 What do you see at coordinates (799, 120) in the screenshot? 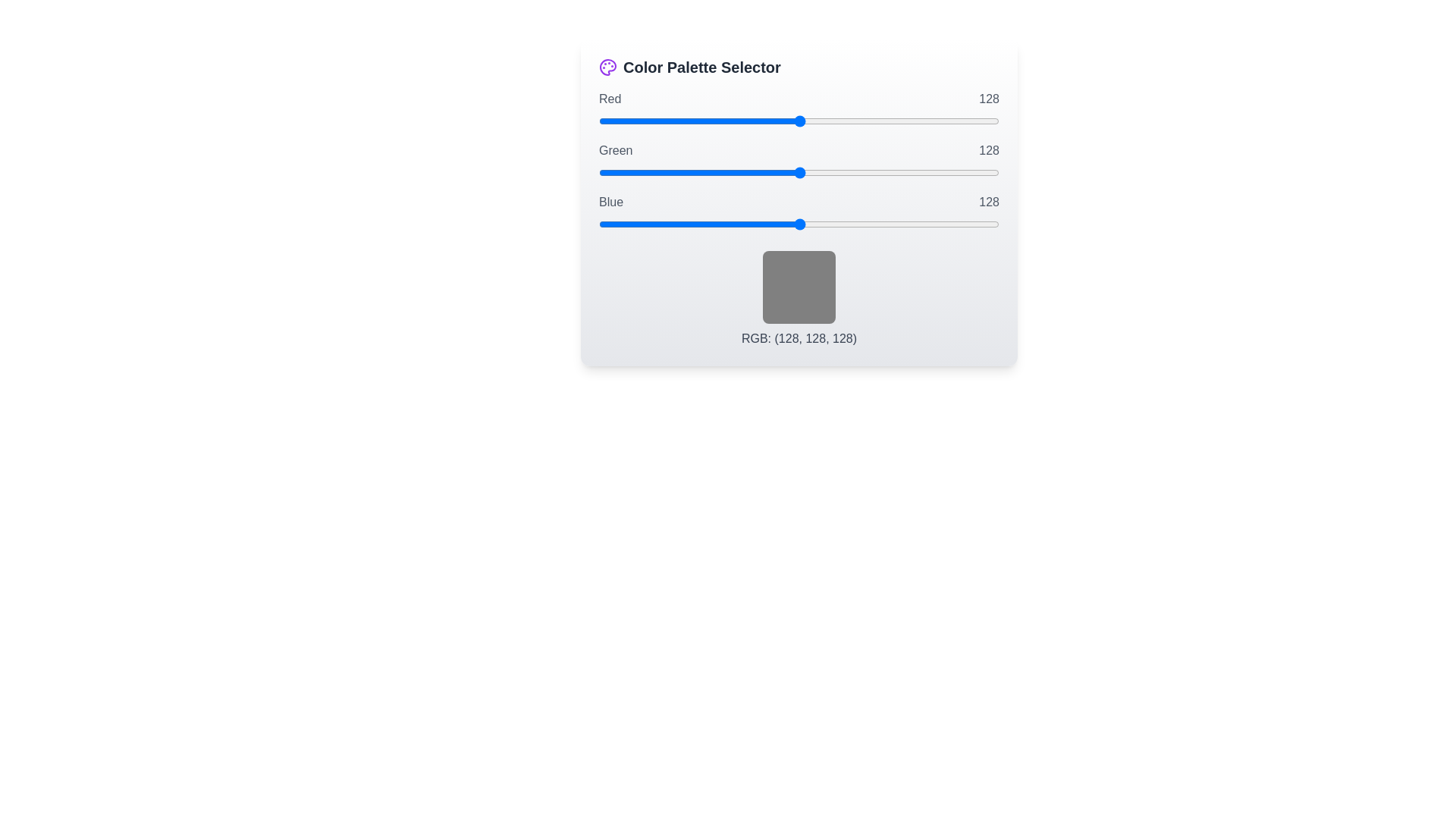
I see `the 0 slider to 19 to observe the color preview box update` at bounding box center [799, 120].